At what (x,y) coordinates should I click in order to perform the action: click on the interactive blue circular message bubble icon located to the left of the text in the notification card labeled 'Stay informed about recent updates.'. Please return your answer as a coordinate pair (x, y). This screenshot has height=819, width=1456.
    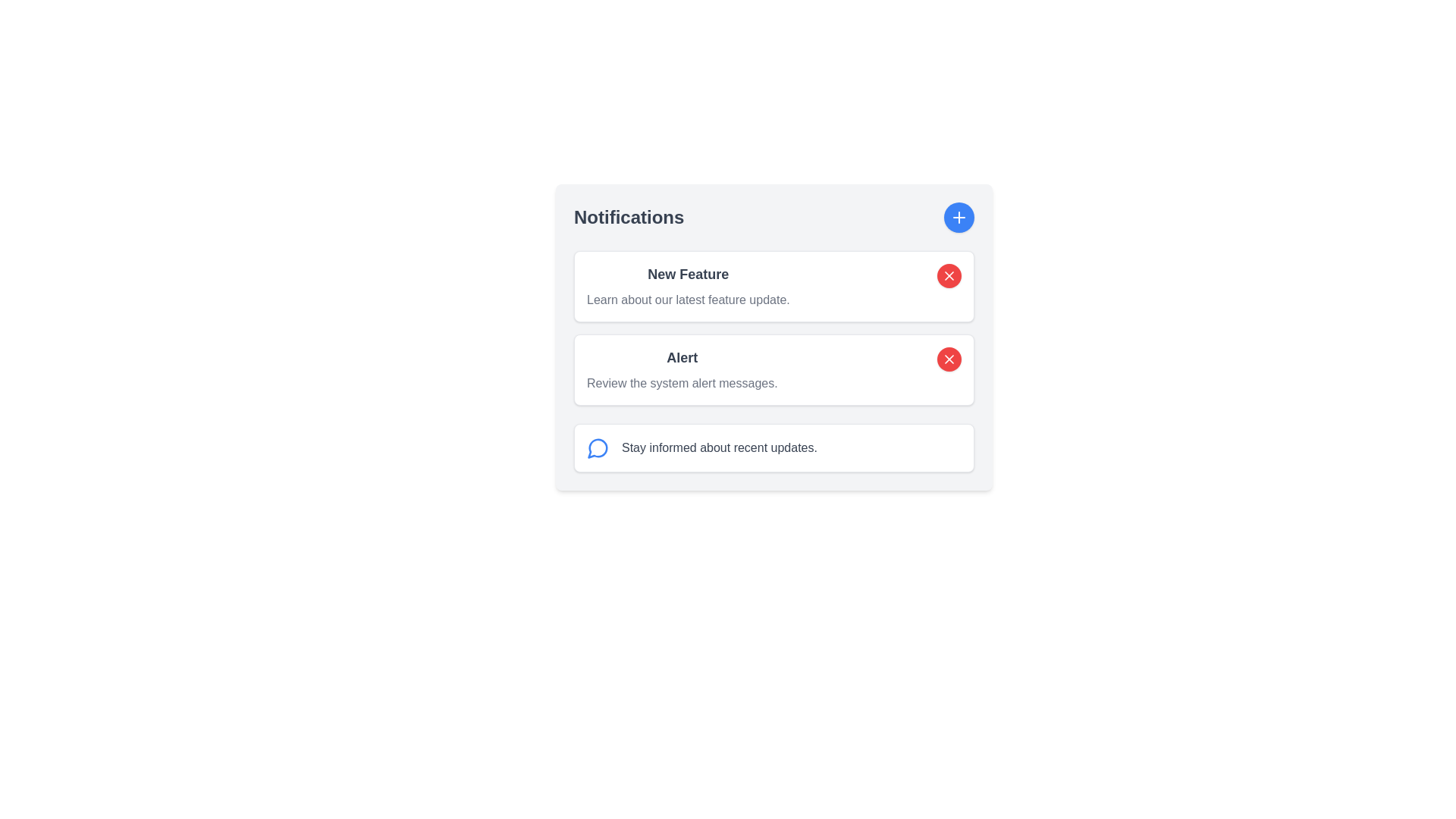
    Looking at the image, I should click on (597, 447).